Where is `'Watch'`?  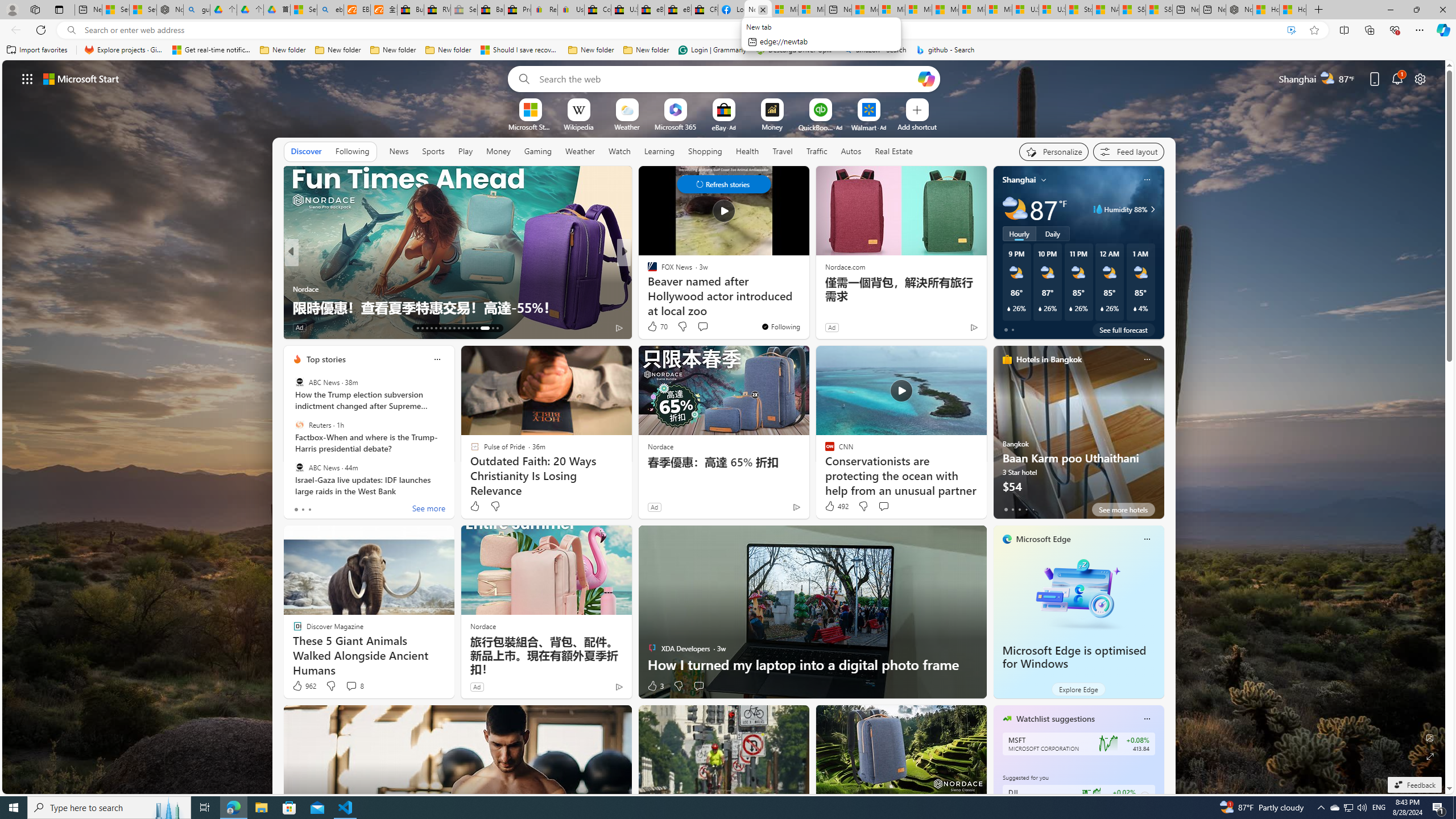
'Watch' is located at coordinates (619, 151).